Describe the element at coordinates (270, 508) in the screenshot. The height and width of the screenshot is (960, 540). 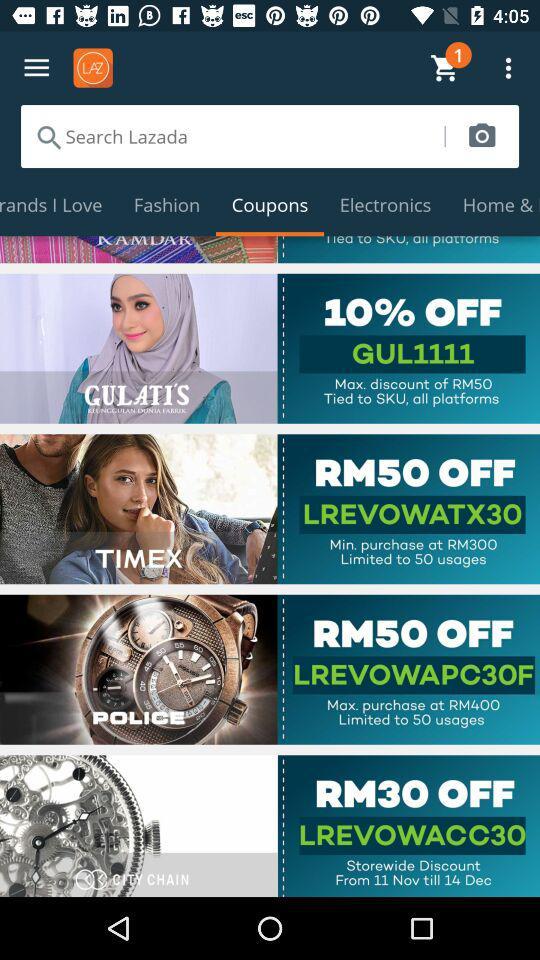
I see `coupon` at that location.